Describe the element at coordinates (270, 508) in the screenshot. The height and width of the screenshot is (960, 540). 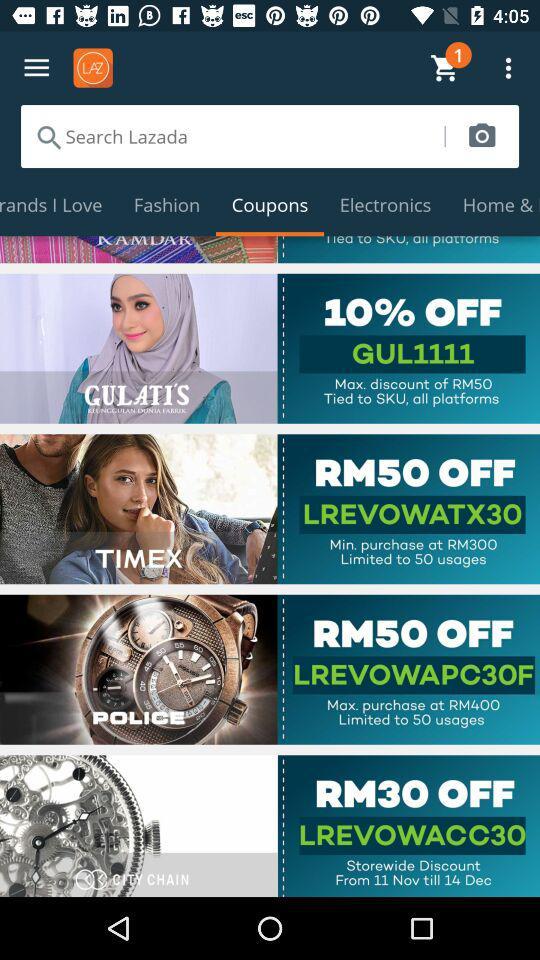
I see `coupon` at that location.